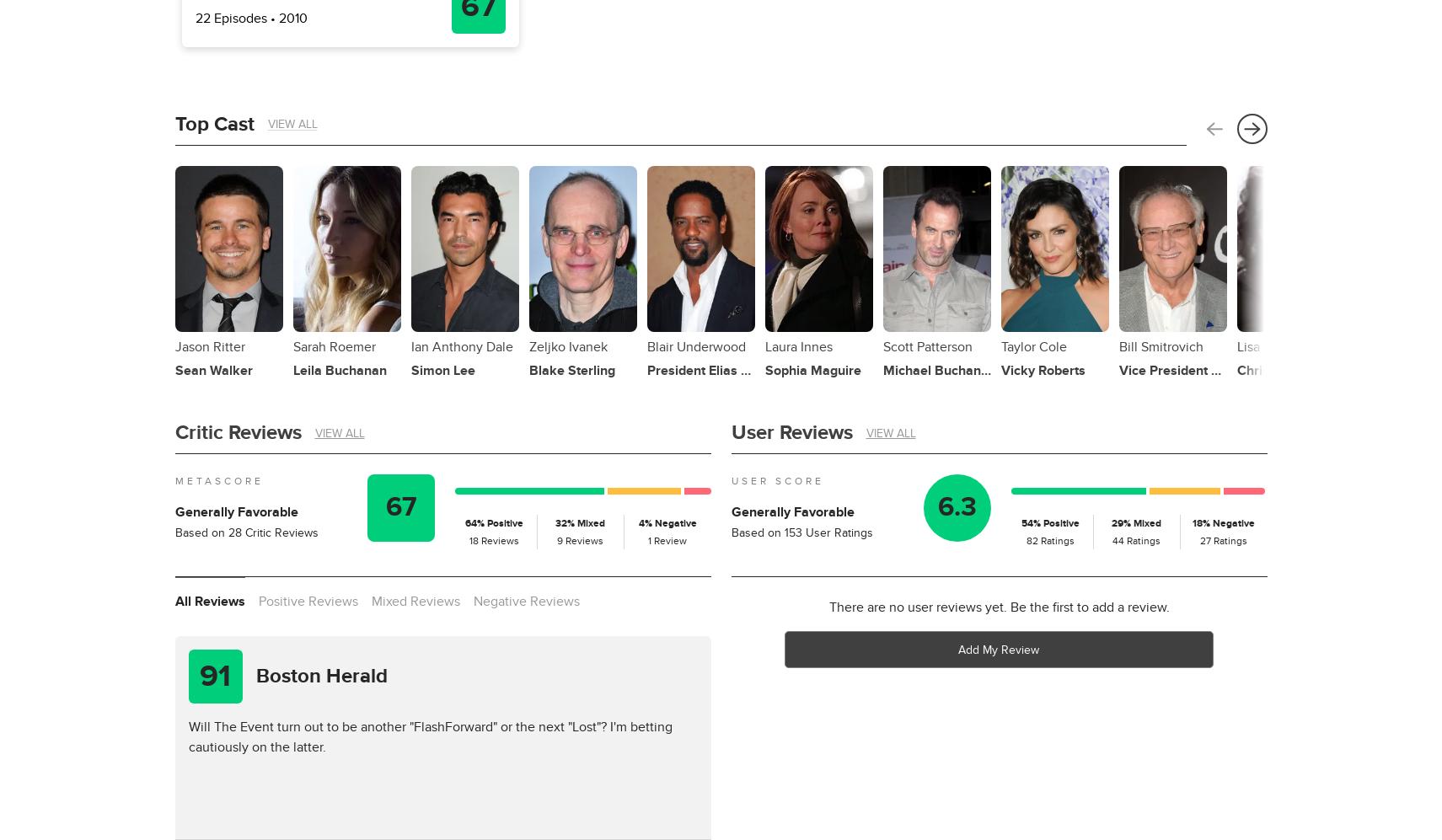 Image resolution: width=1442 pixels, height=840 pixels. I want to click on 'Simon Lee', so click(442, 369).